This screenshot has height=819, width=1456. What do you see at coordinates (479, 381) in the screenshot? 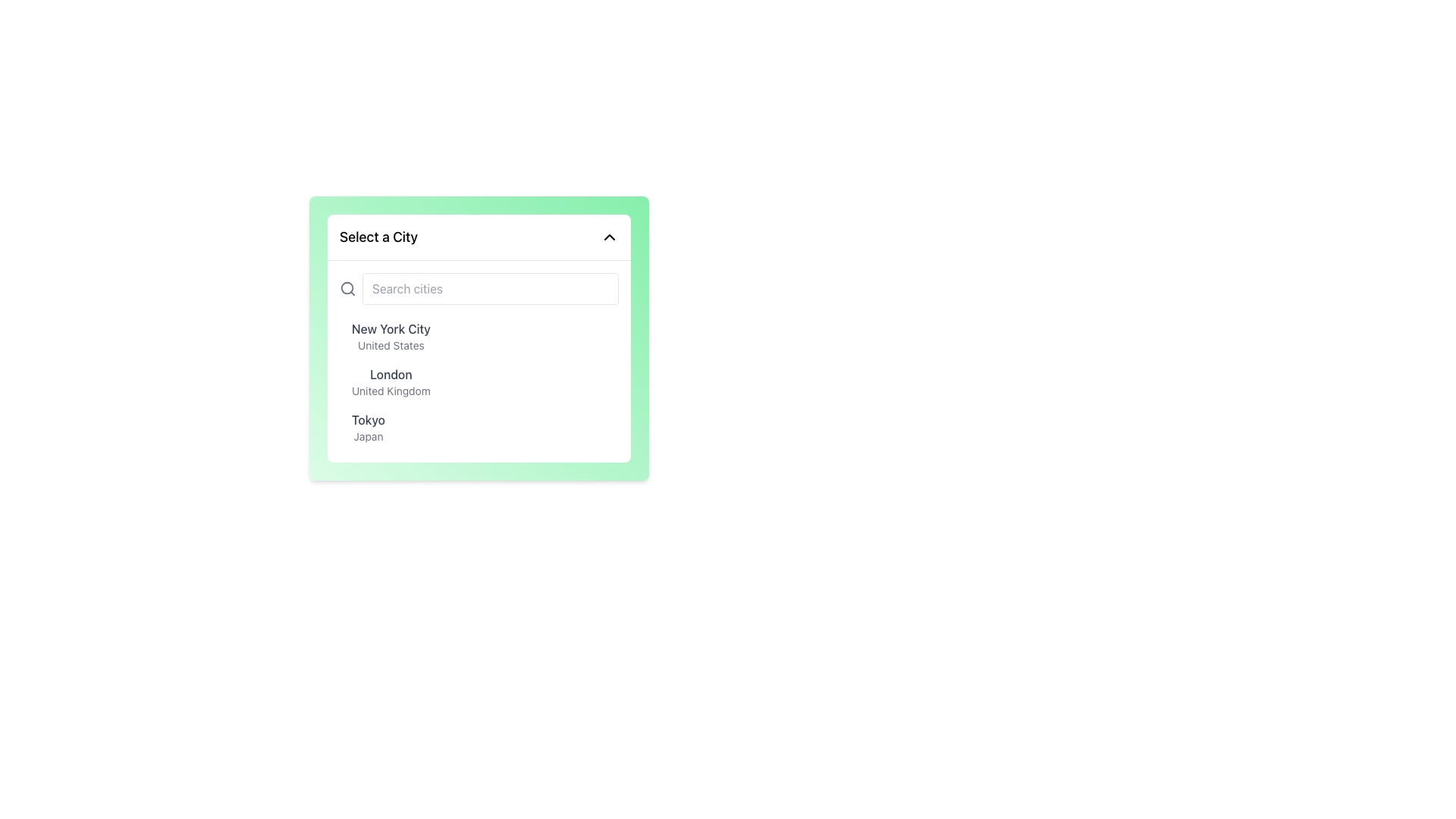
I see `the second item in the city and country list dropdown, which is located below 'New York City, United States' and above 'Tokyo, Japan'` at bounding box center [479, 381].